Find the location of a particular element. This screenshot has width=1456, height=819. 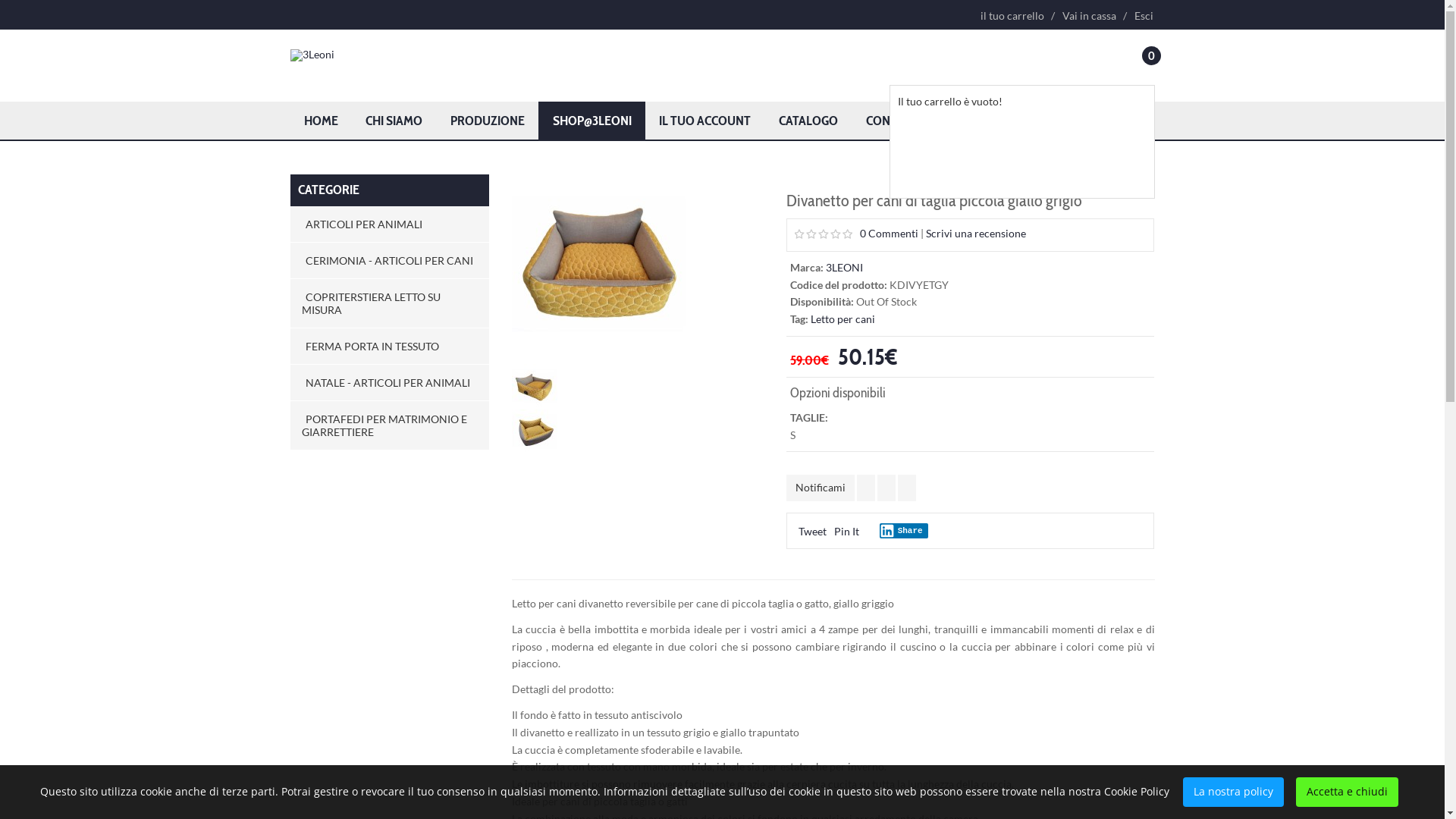

'CERIMONIA - ARTICOLI PER CANI' is located at coordinates (389, 259).